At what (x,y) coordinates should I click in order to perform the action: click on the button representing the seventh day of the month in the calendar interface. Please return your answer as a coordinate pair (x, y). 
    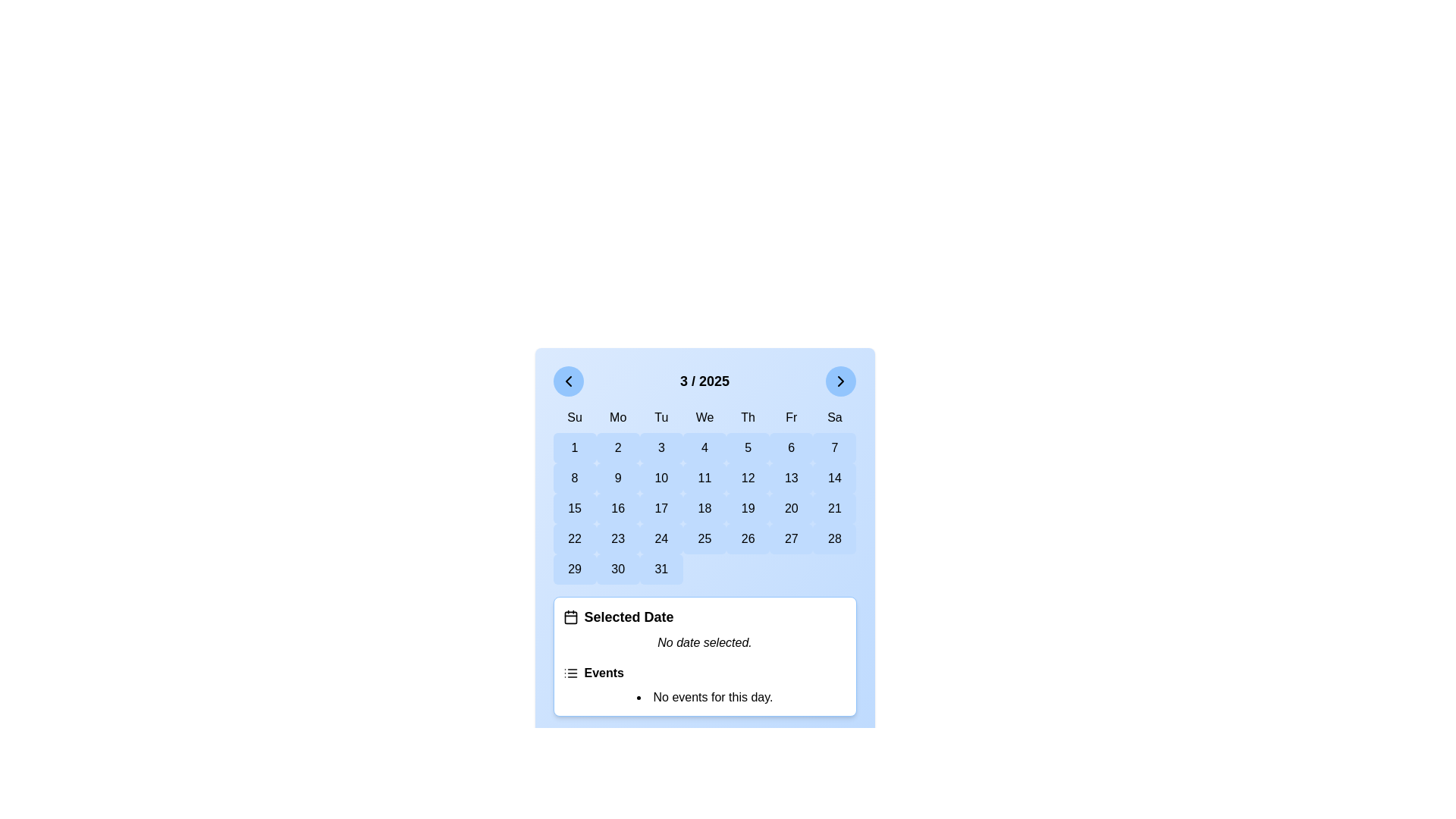
    Looking at the image, I should click on (833, 447).